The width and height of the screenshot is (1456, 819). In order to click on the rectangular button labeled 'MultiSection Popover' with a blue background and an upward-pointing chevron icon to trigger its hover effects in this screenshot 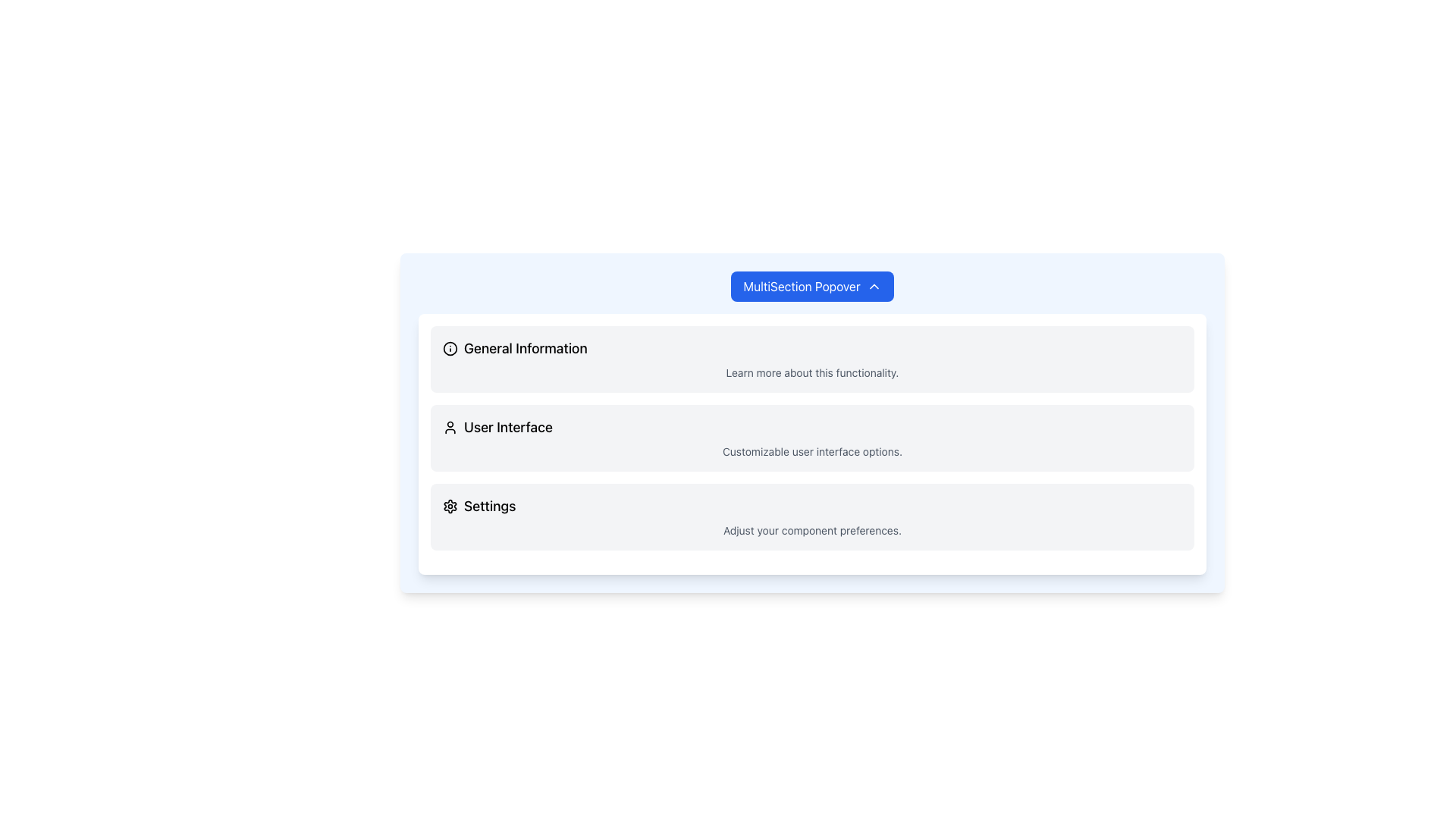, I will do `click(811, 287)`.